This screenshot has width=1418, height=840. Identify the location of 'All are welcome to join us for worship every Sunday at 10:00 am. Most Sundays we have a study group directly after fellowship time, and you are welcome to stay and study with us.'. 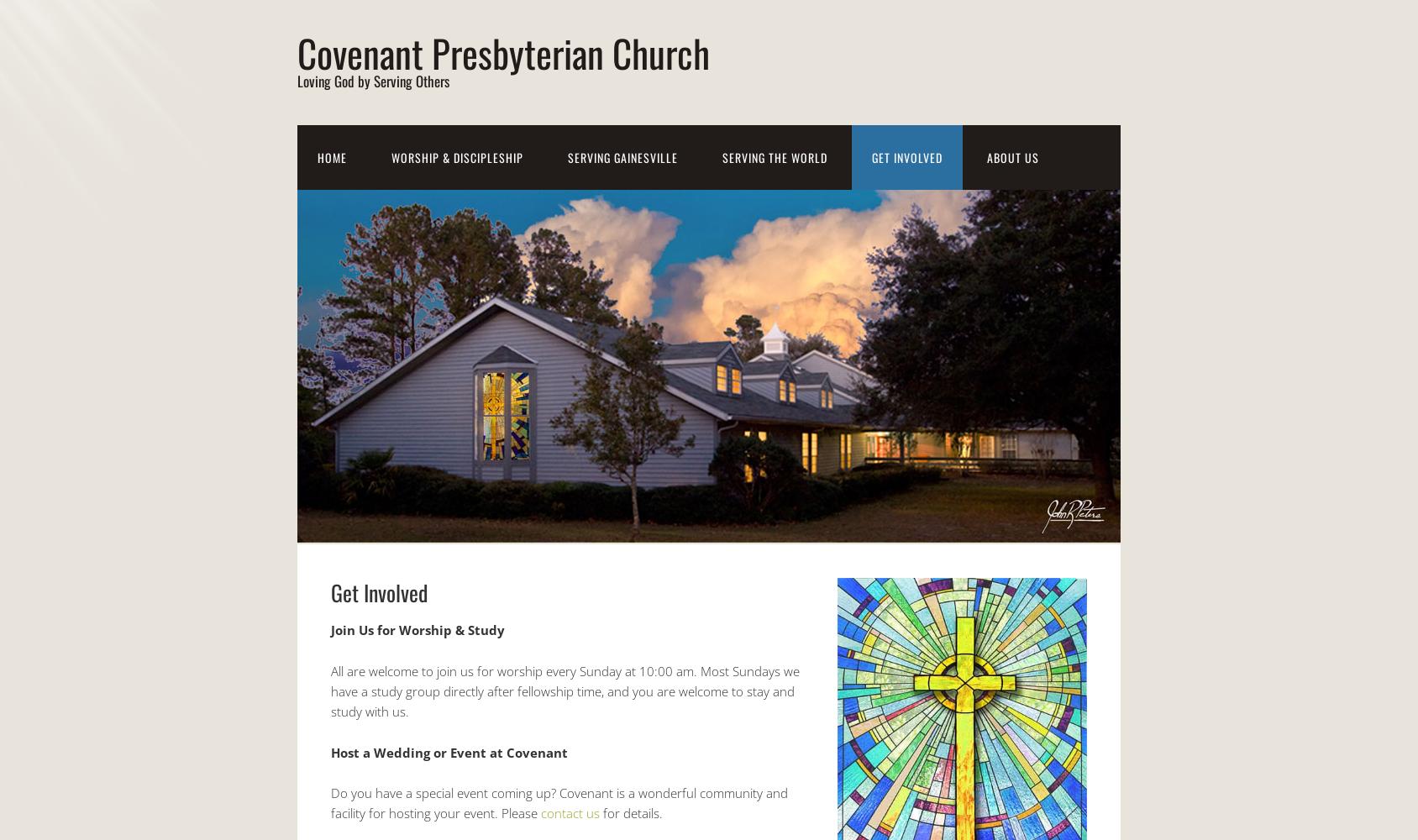
(565, 690).